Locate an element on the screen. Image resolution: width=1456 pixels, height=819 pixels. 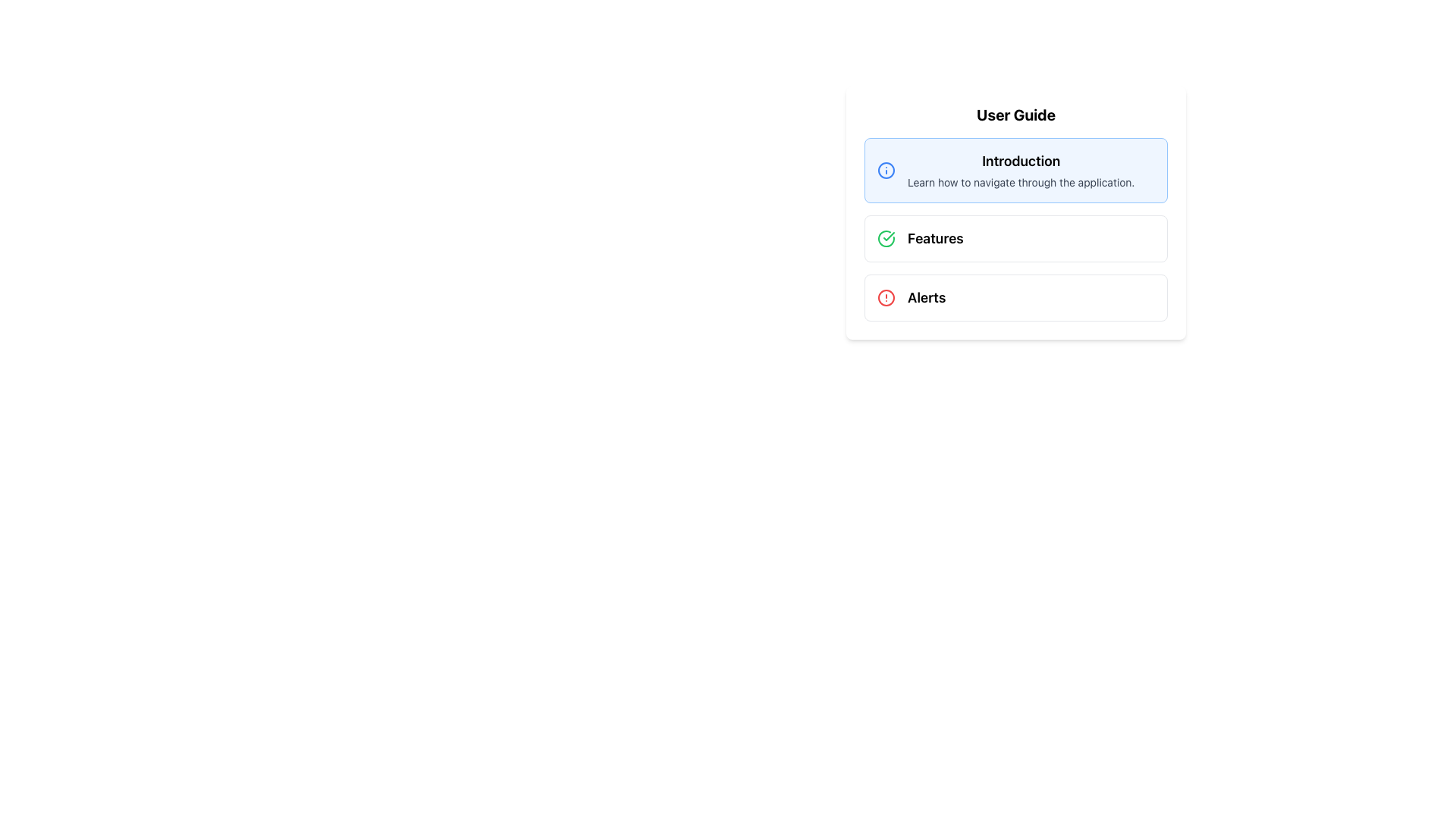
the 'User Guide' header text, which is styled with bold and extra-large font, located at the top of a centered card-like section is located at coordinates (1015, 114).